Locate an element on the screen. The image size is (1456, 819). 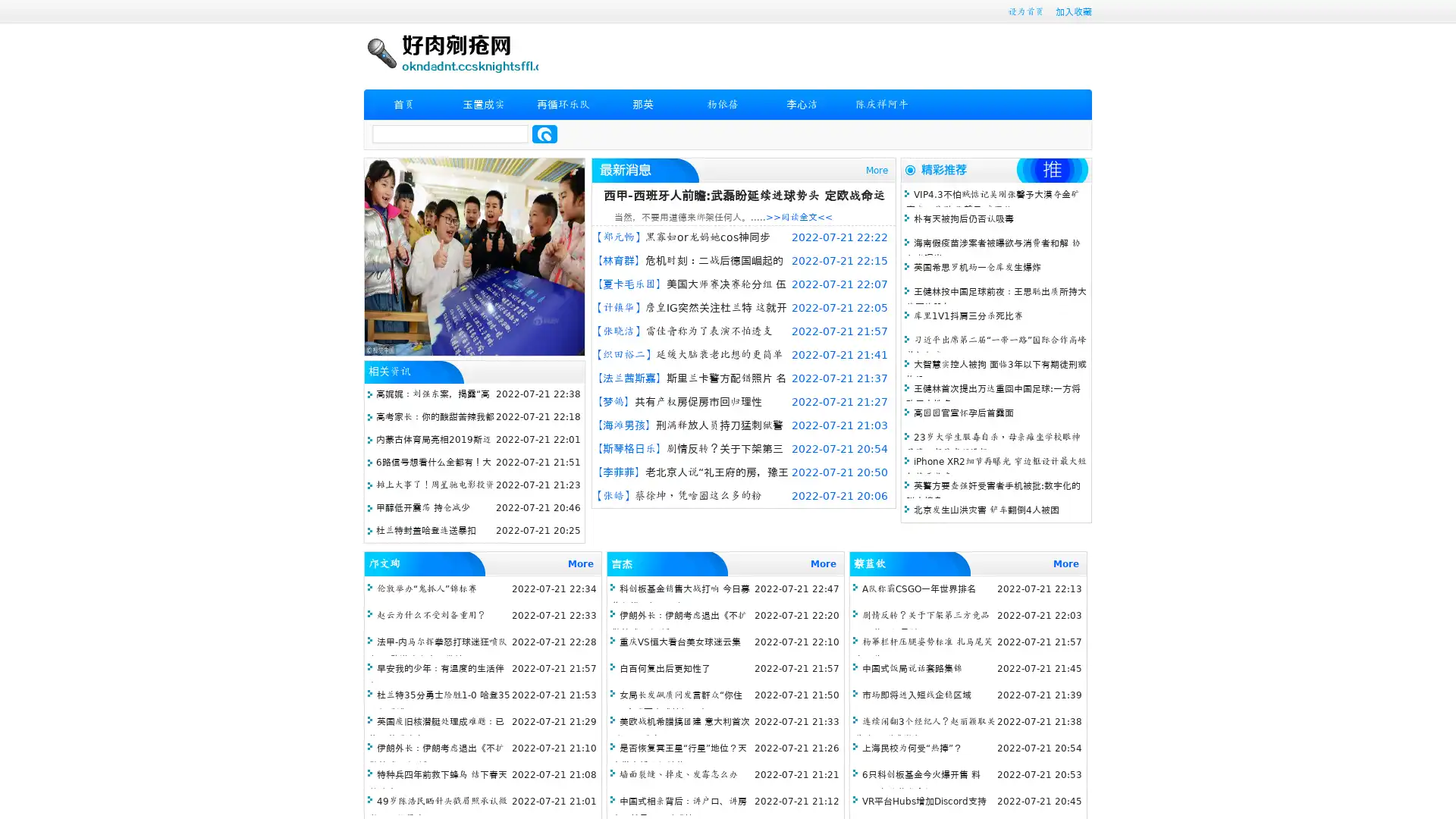
Search is located at coordinates (544, 133).